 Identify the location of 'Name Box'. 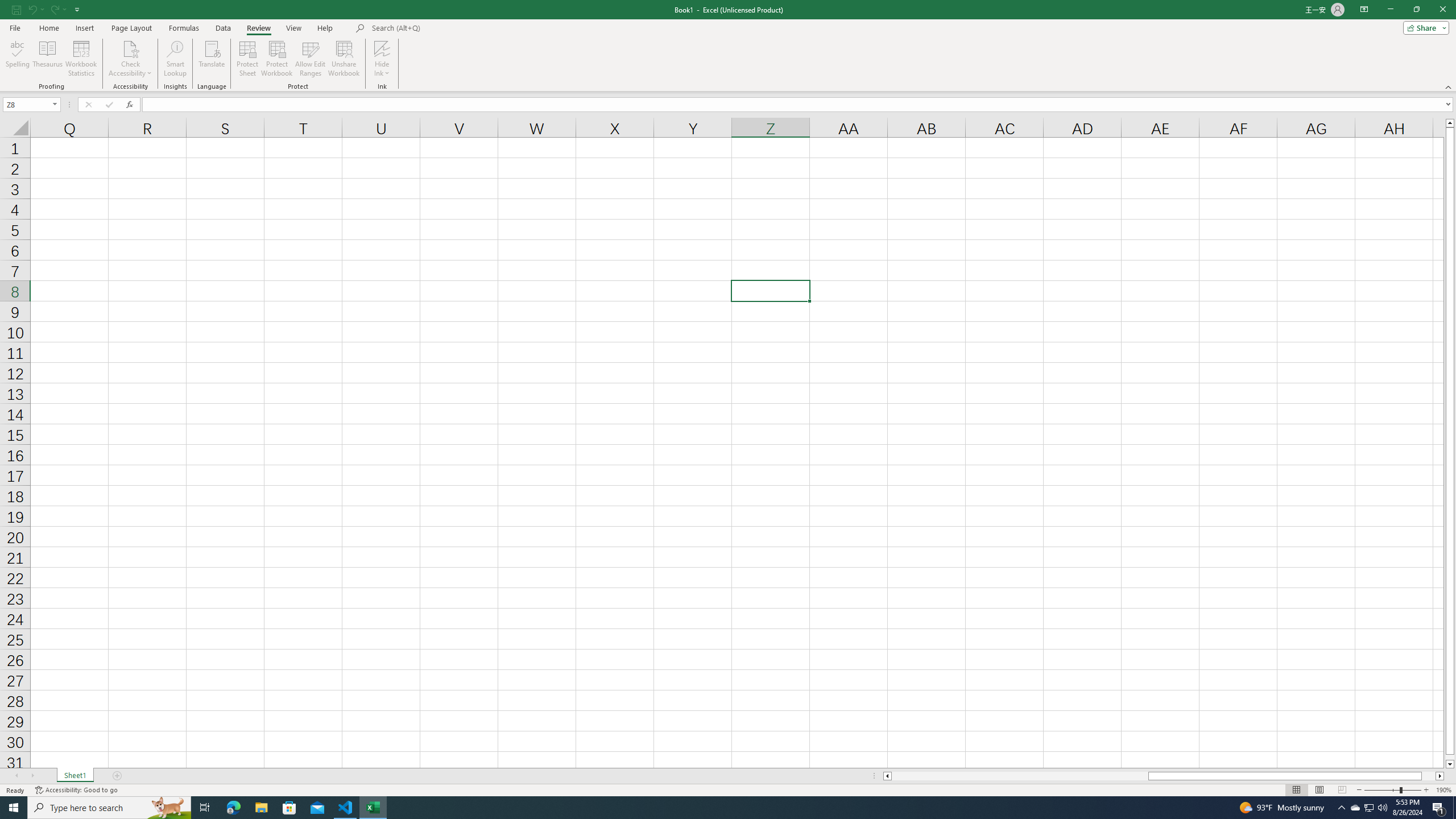
(27, 104).